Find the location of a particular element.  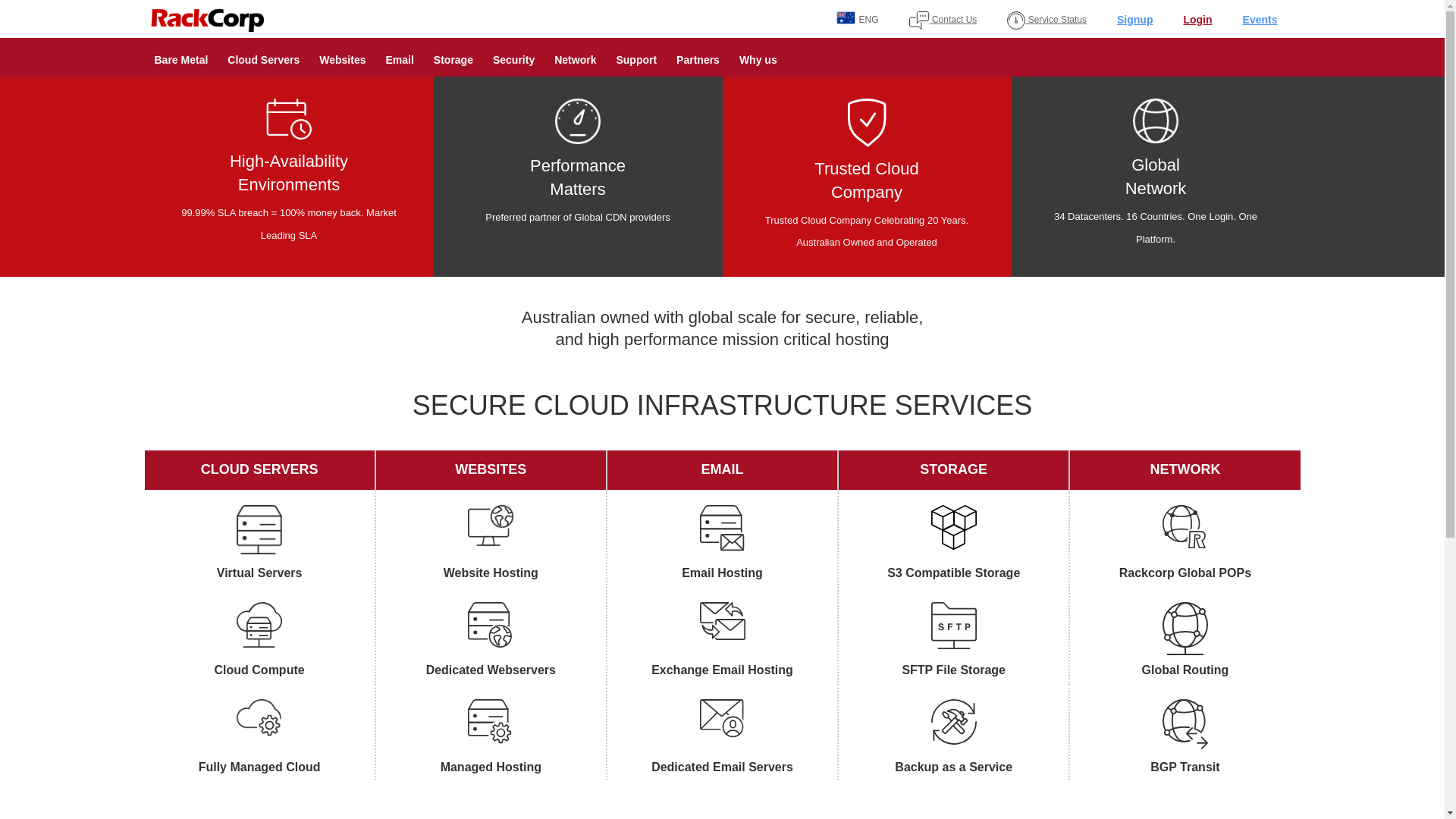

'Managed Hosting' is located at coordinates (491, 736).